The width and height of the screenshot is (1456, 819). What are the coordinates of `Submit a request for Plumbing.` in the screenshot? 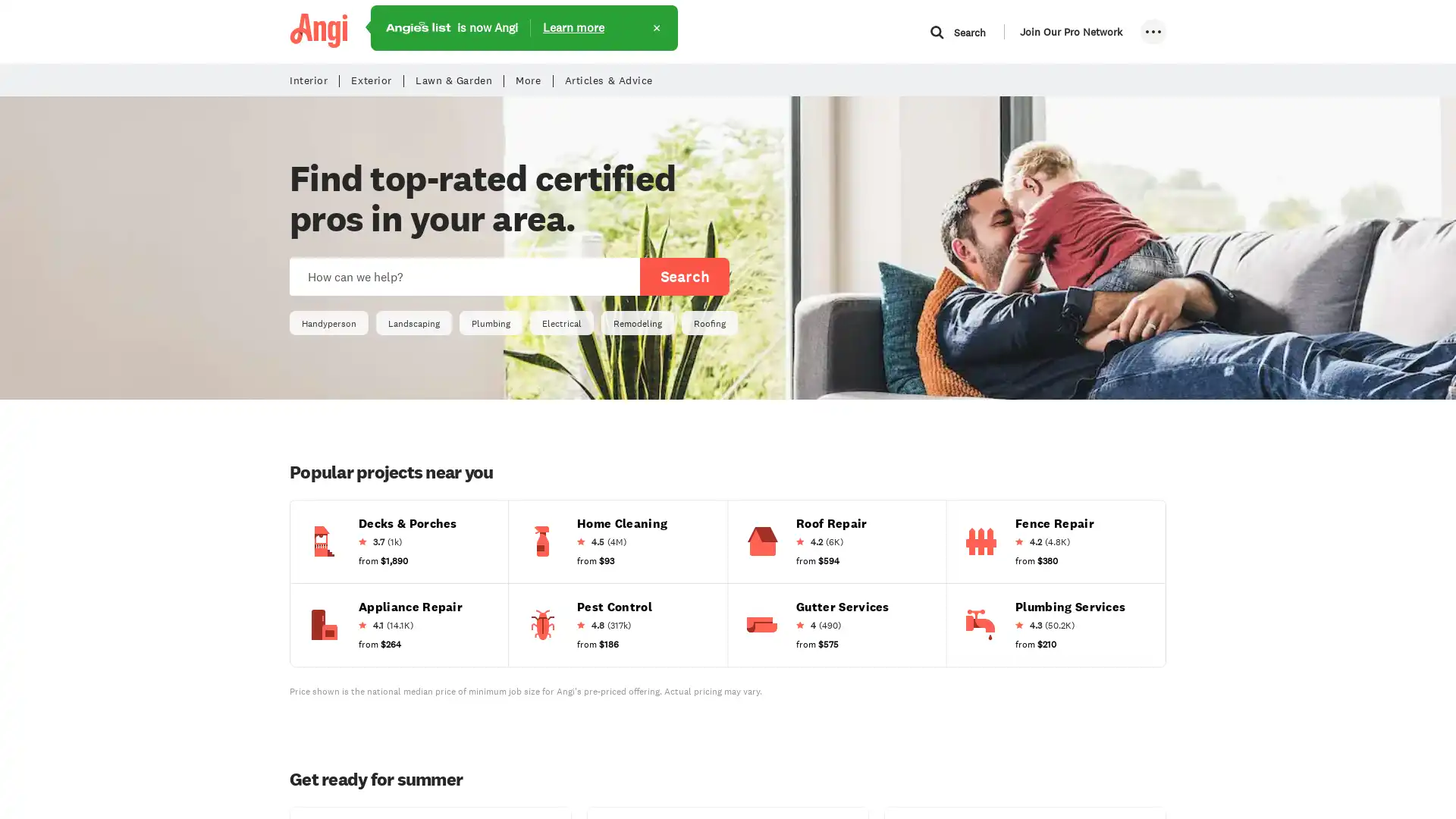 It's located at (491, 322).